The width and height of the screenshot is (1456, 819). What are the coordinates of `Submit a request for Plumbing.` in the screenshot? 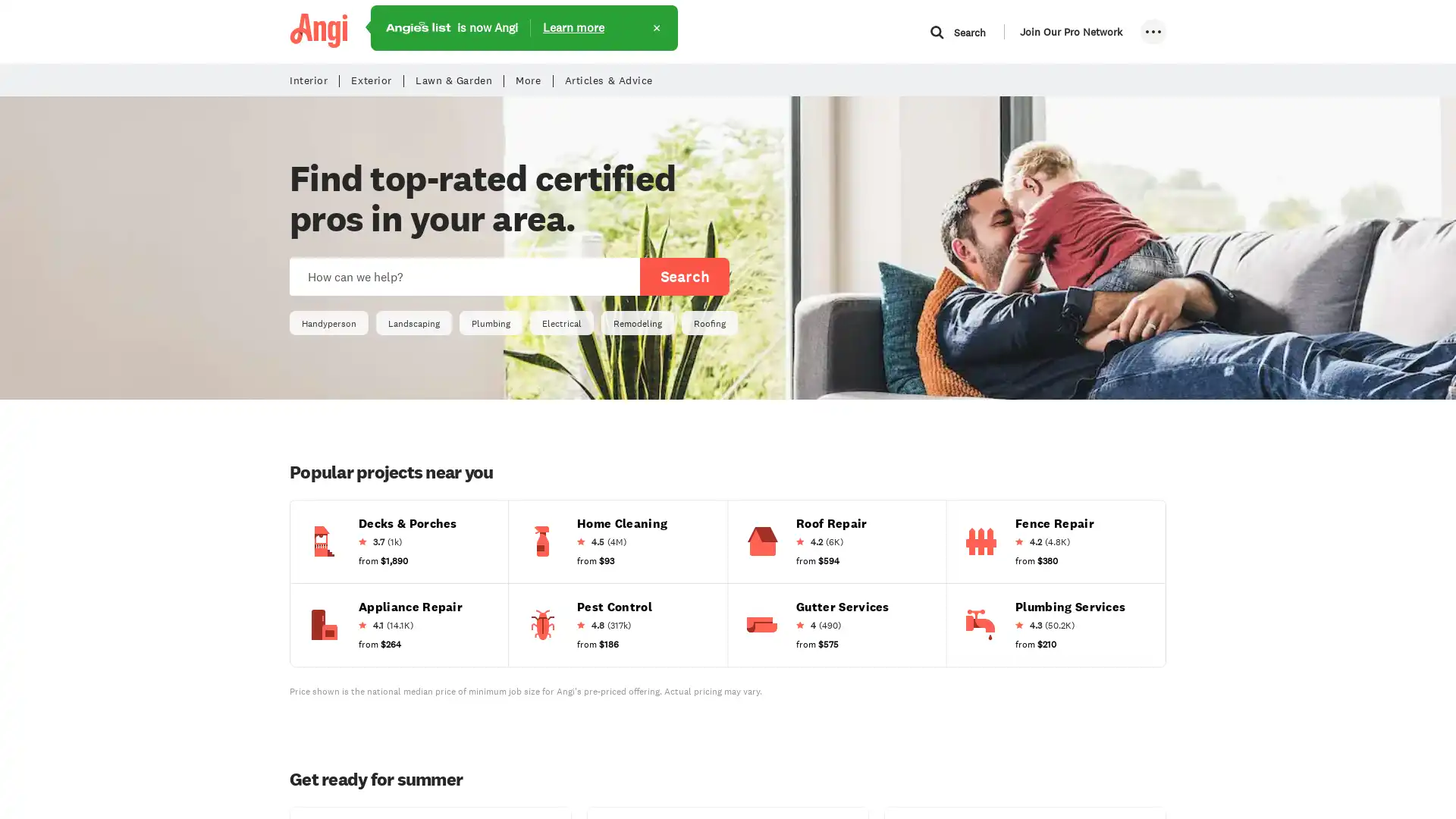 It's located at (491, 322).